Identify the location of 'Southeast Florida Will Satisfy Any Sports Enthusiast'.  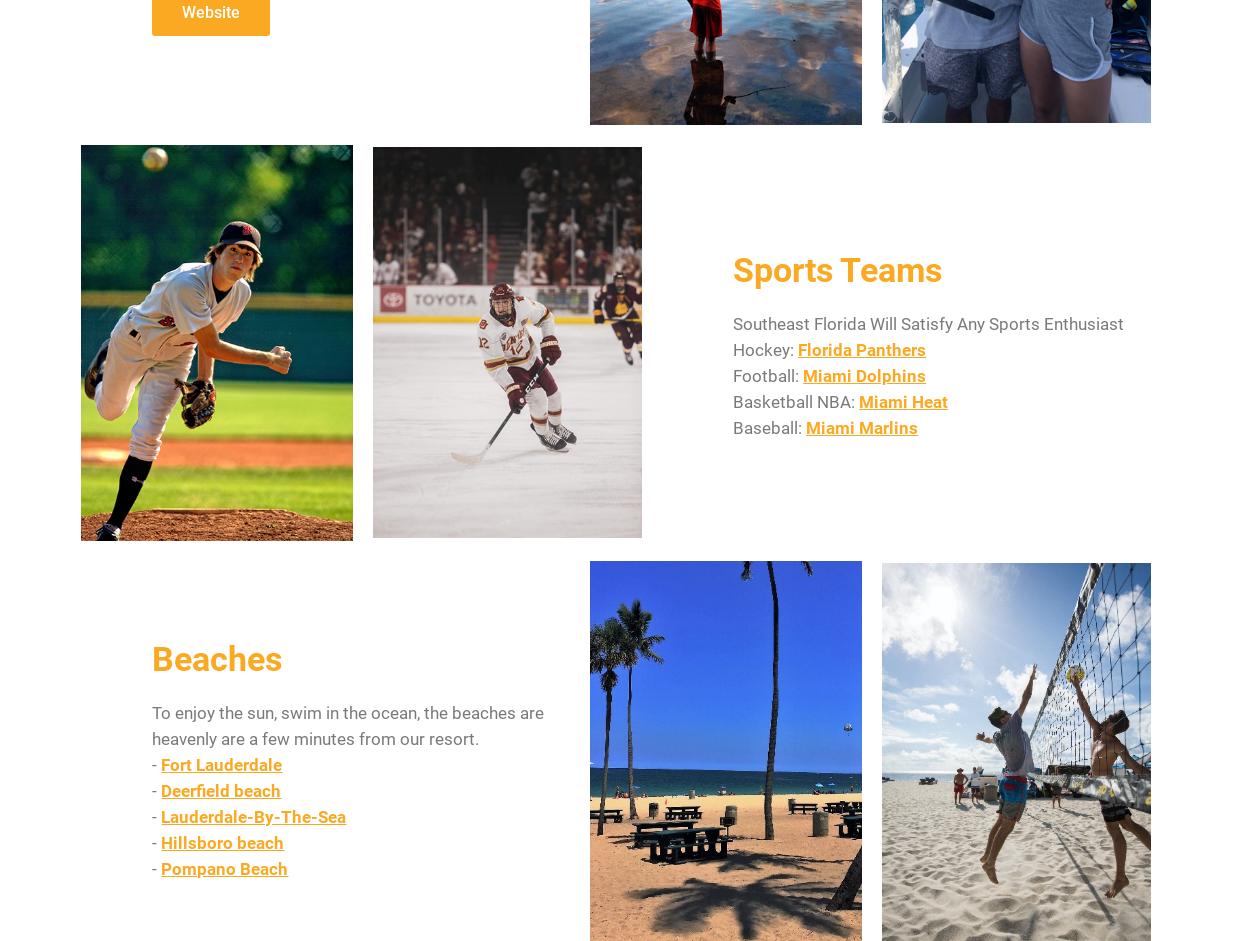
(927, 322).